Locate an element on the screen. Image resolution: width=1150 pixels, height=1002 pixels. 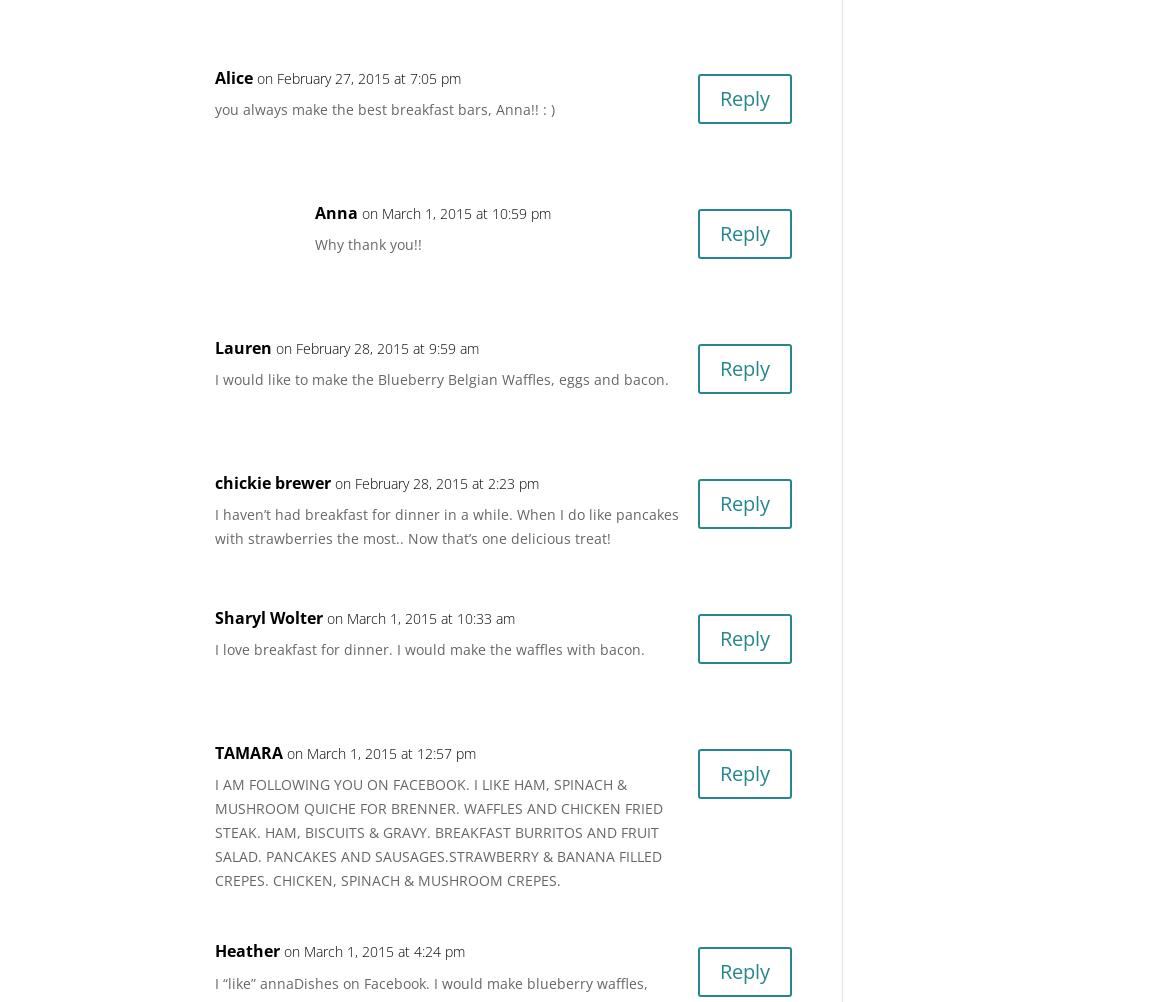
'on March 1, 2015 at 10:33 am' is located at coordinates (421, 616).